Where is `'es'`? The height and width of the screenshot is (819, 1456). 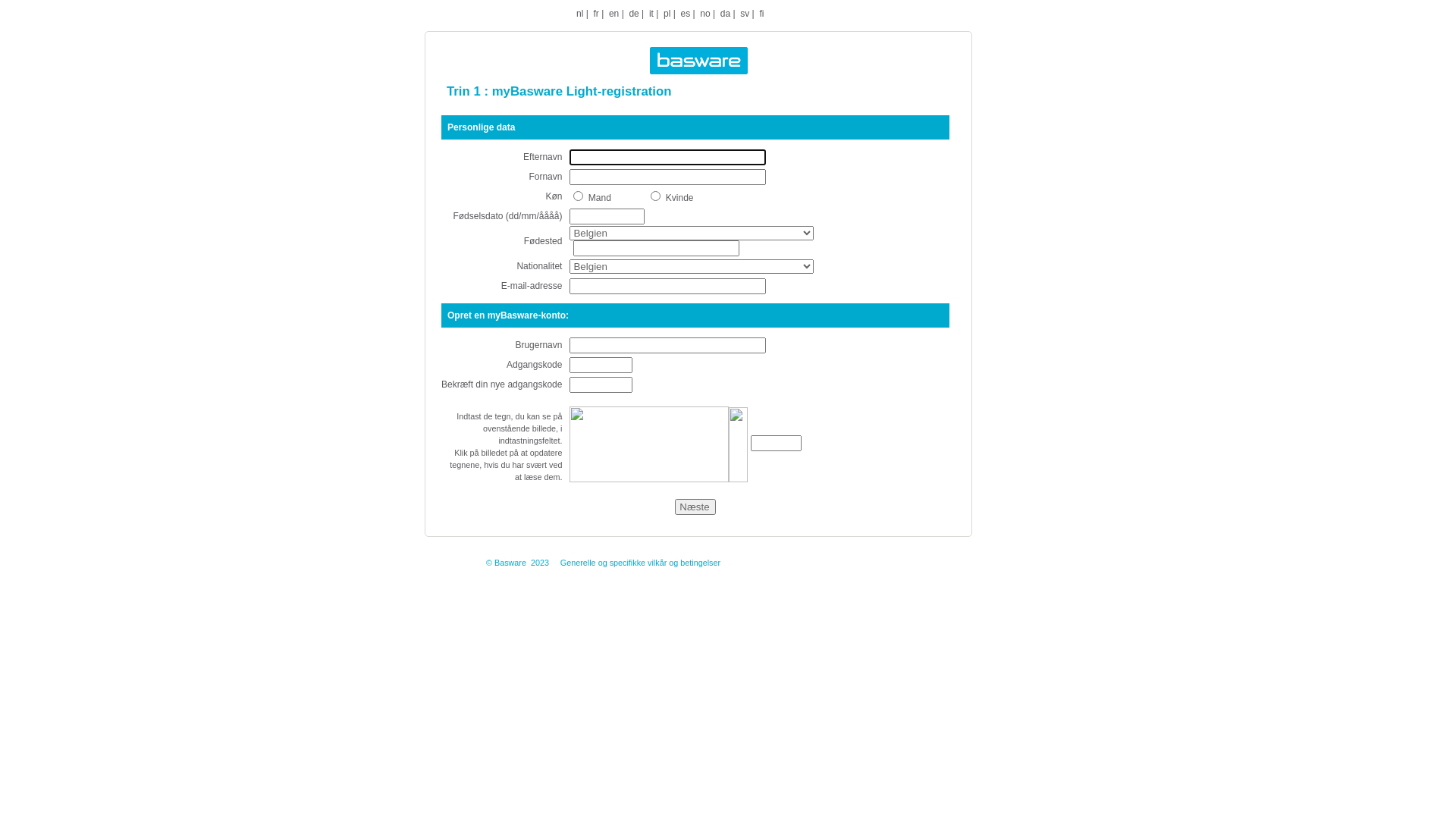 'es' is located at coordinates (679, 14).